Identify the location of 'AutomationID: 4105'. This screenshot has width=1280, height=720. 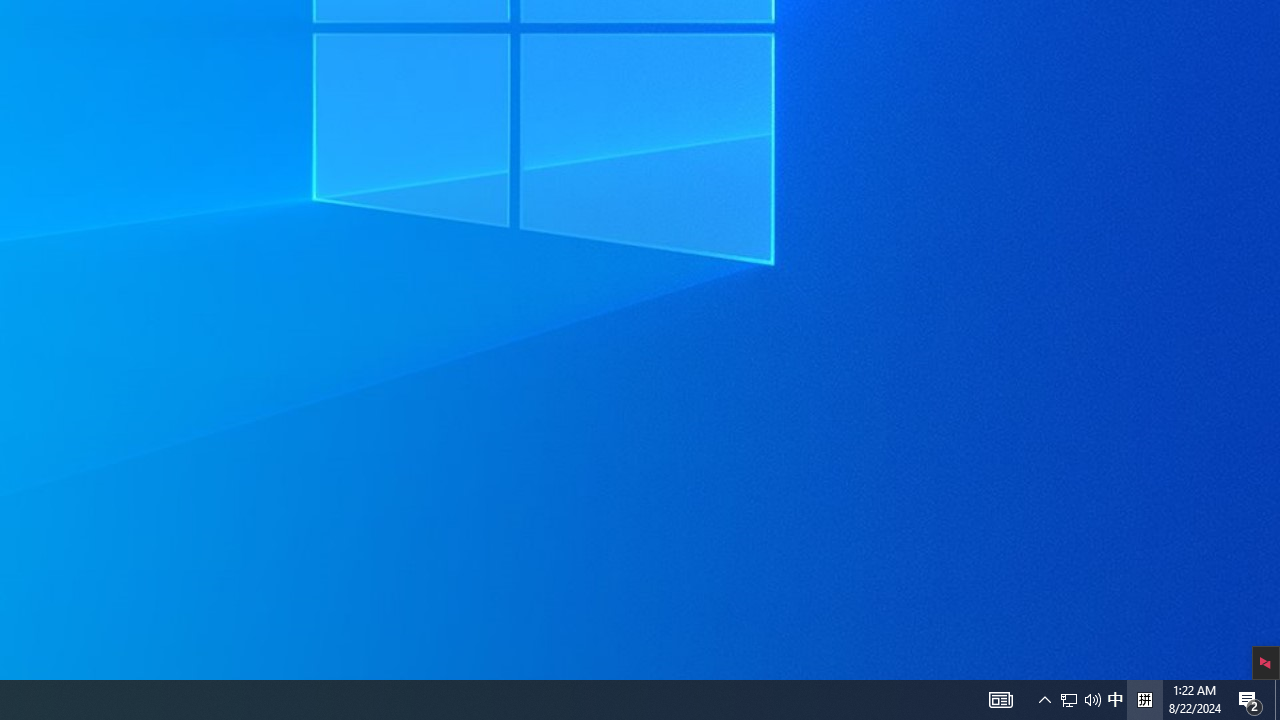
(1044, 698).